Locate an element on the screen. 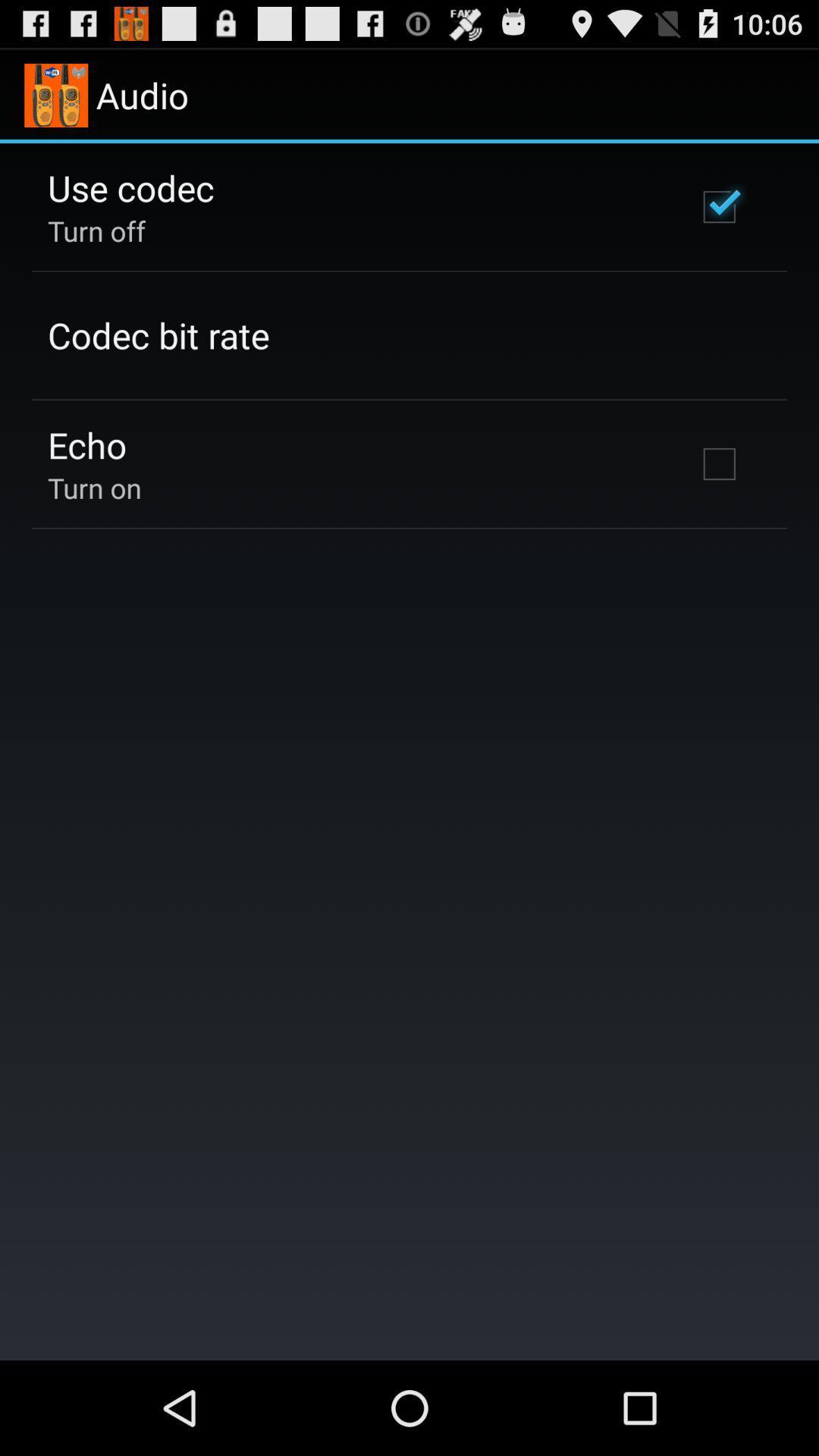  the echo icon is located at coordinates (87, 444).